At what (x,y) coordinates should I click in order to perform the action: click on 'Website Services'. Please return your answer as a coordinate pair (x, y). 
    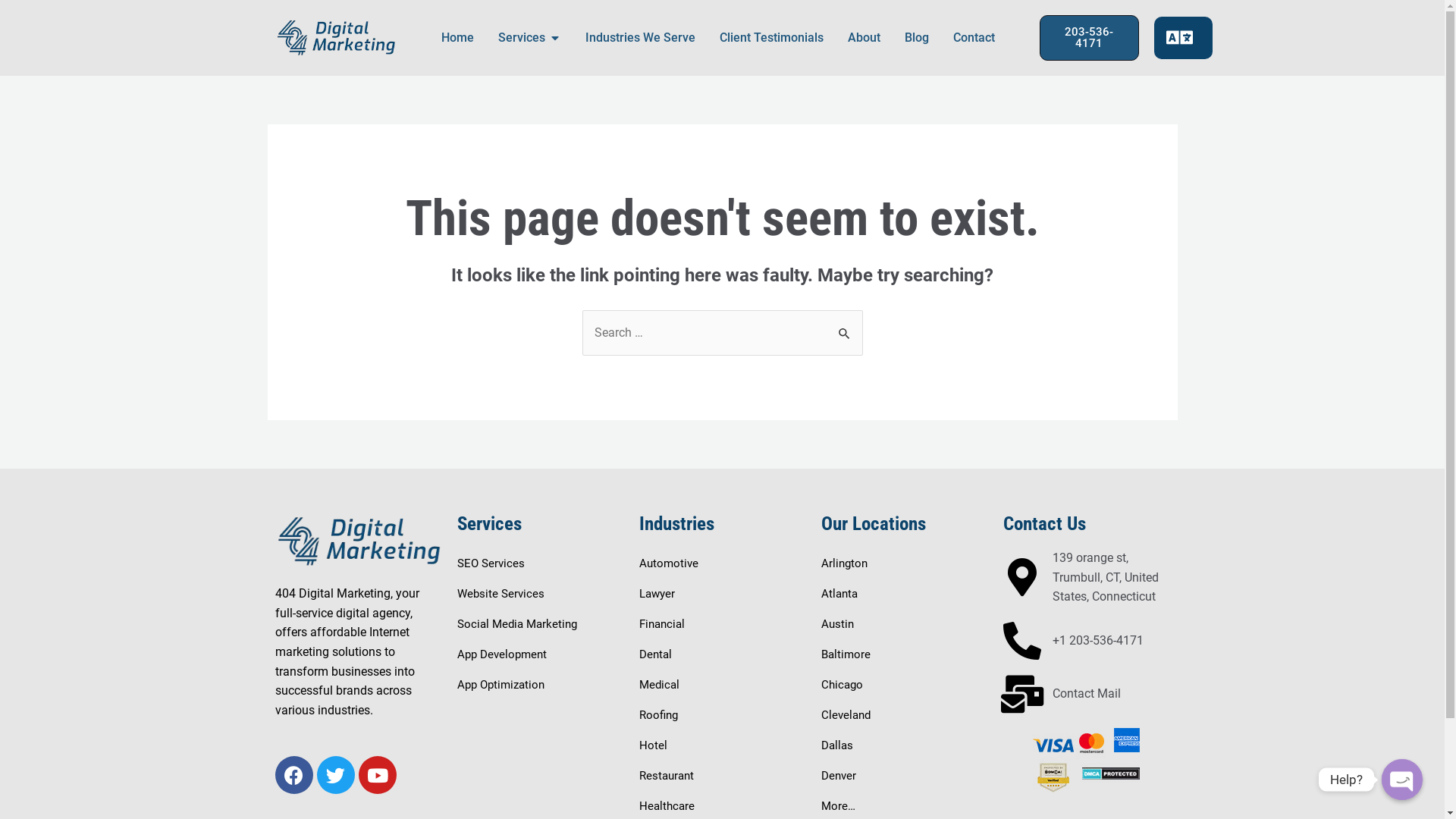
    Looking at the image, I should click on (500, 593).